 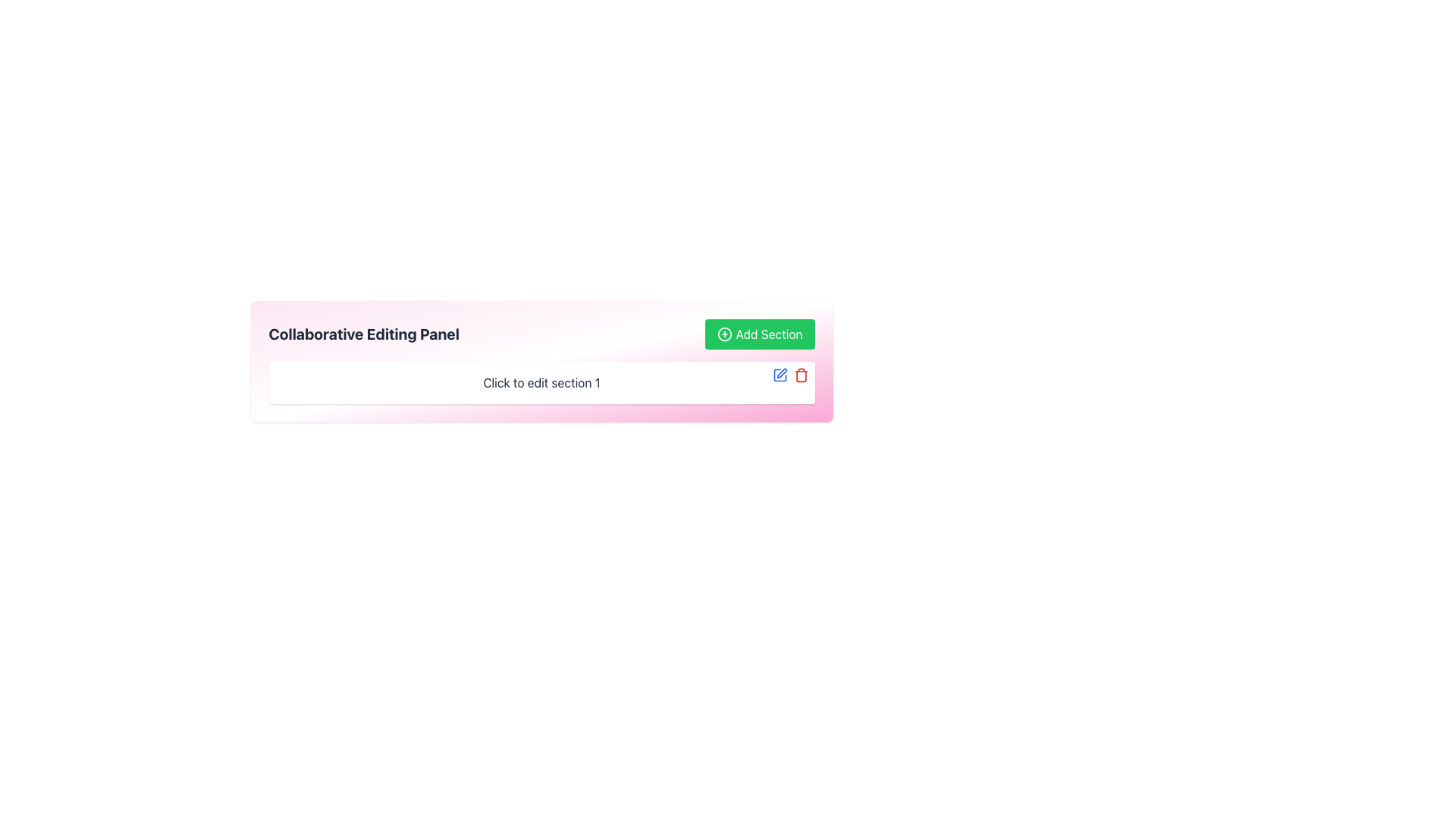 What do you see at coordinates (541, 382) in the screenshot?
I see `the text label displaying 'Click to edit section 1', which is located below the 'Collaborative Editing Panel' header and near editing action icons` at bounding box center [541, 382].